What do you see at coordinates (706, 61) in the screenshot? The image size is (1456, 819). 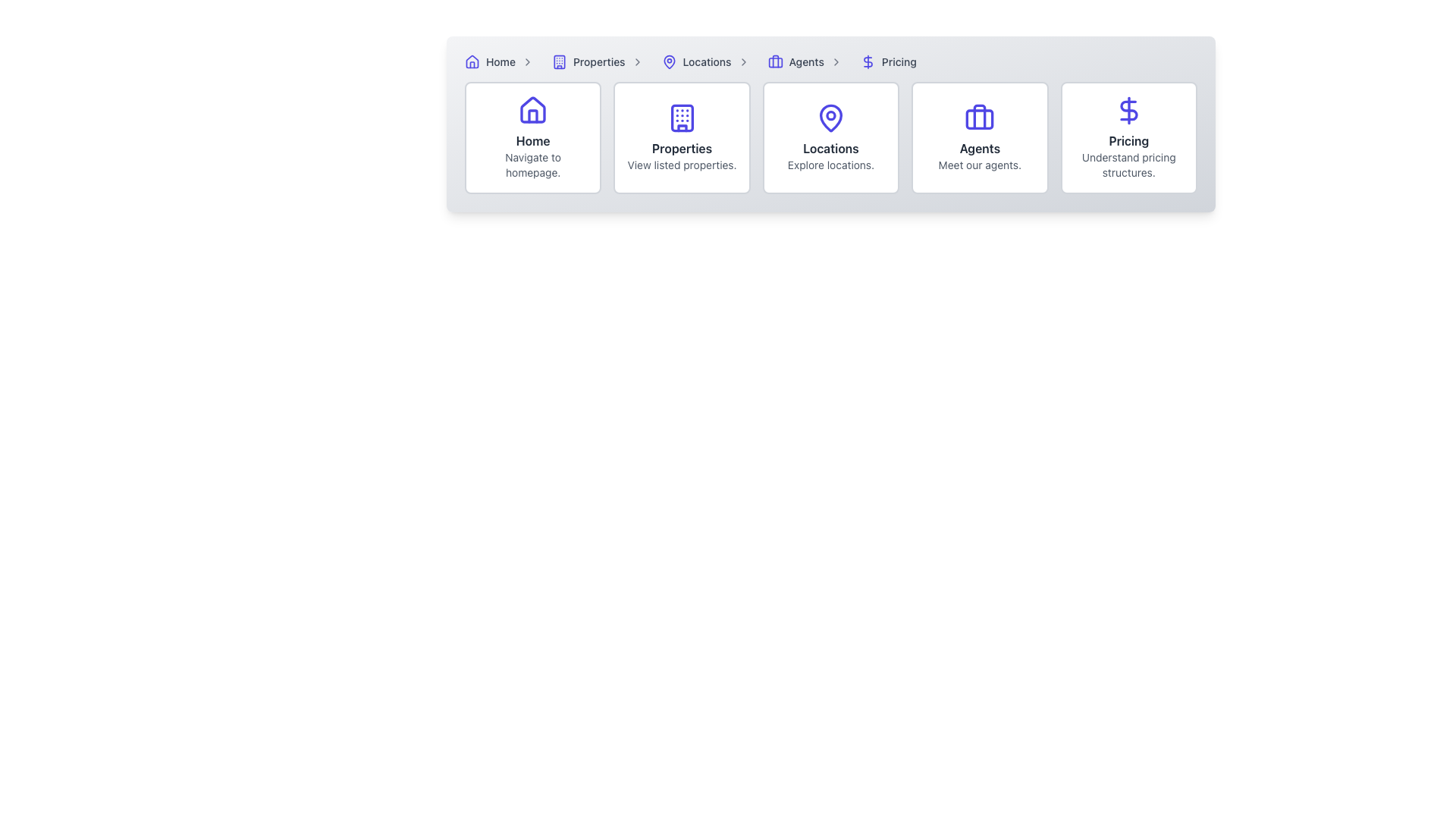 I see `the 'Locations' navigation link in the breadcrumb navigation bar` at bounding box center [706, 61].